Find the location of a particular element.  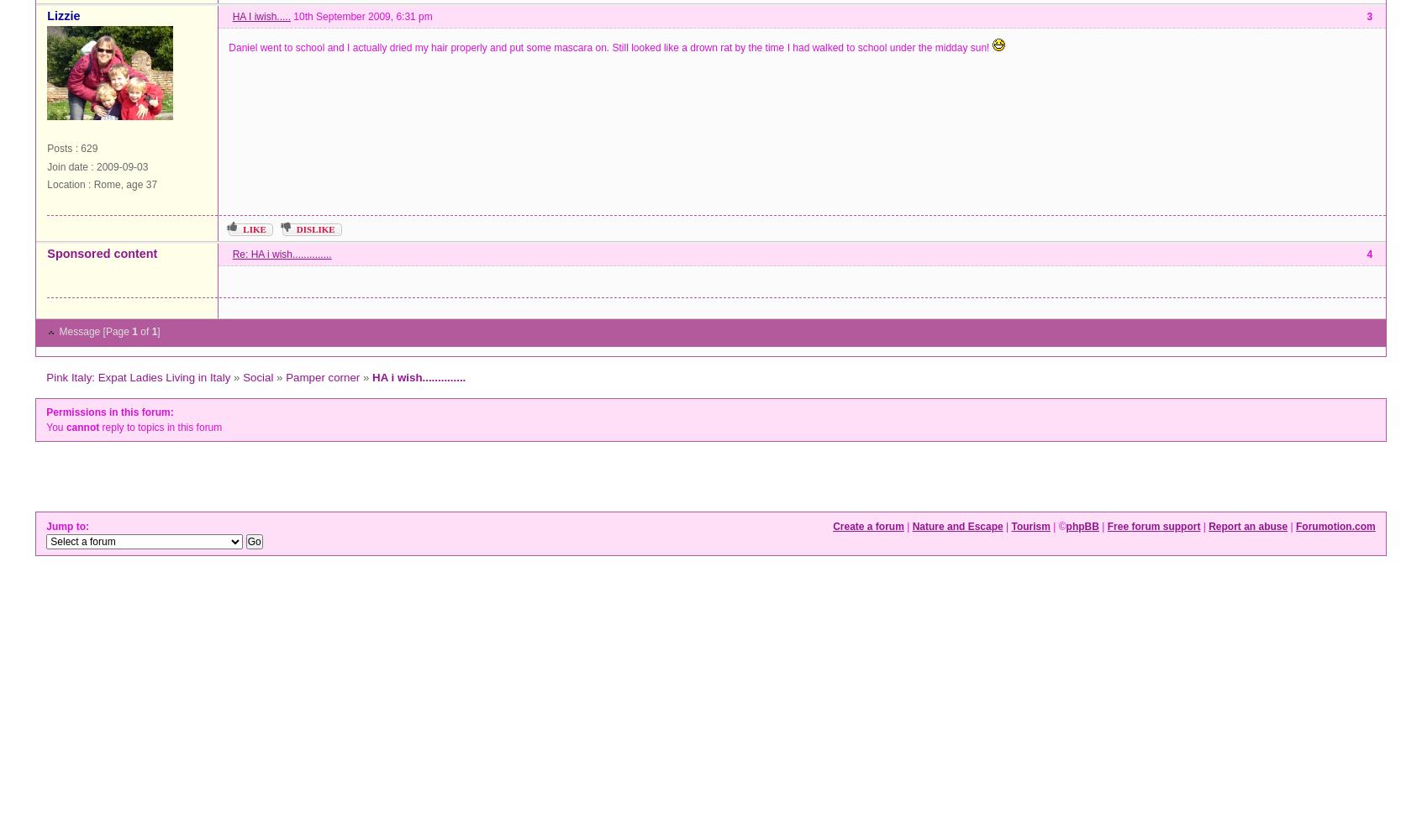

'Jump to:' is located at coordinates (69, 526).